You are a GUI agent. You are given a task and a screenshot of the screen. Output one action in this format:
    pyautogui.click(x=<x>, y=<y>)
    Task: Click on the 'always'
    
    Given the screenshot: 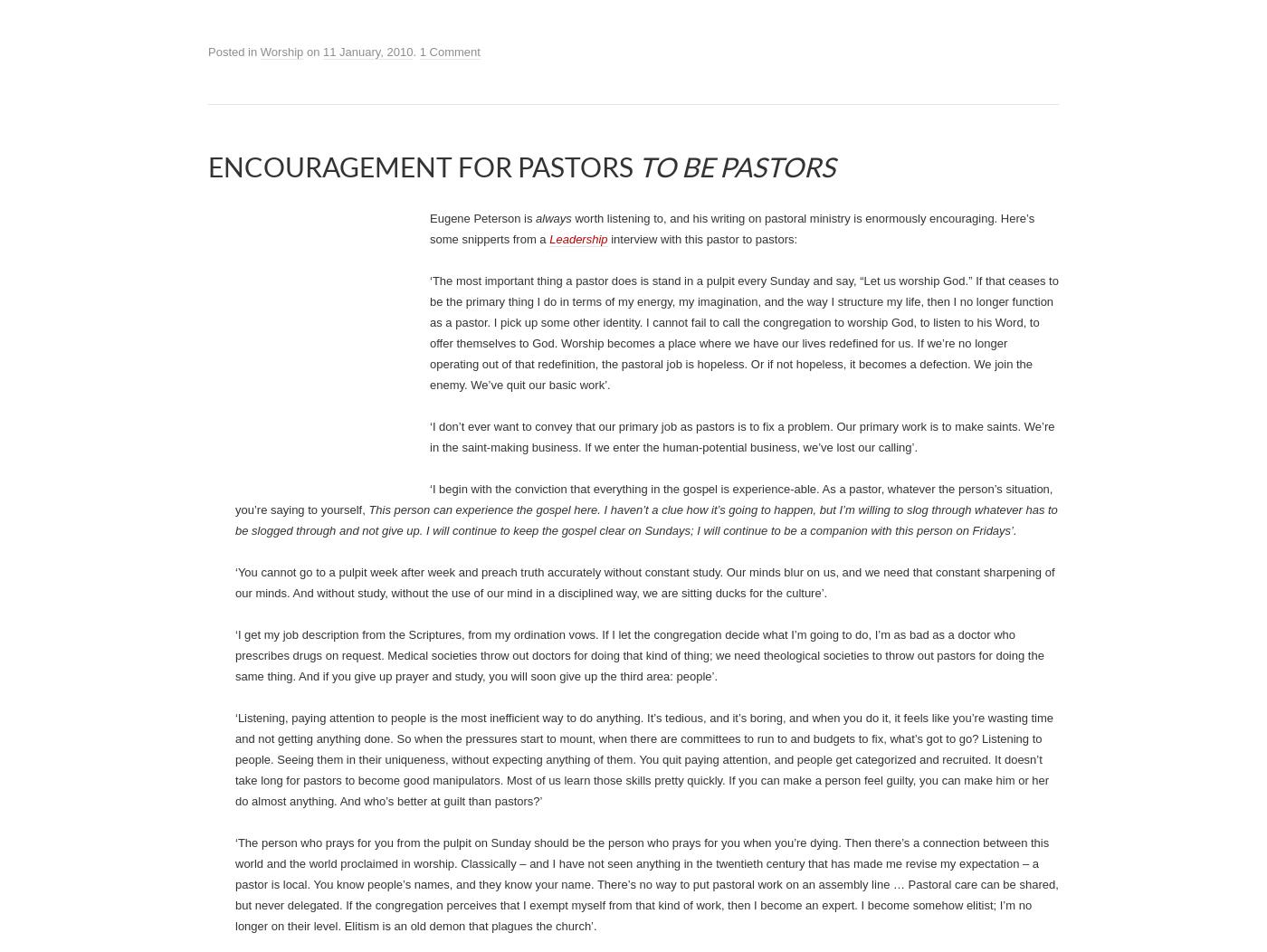 What is the action you would take?
    pyautogui.click(x=553, y=912)
    